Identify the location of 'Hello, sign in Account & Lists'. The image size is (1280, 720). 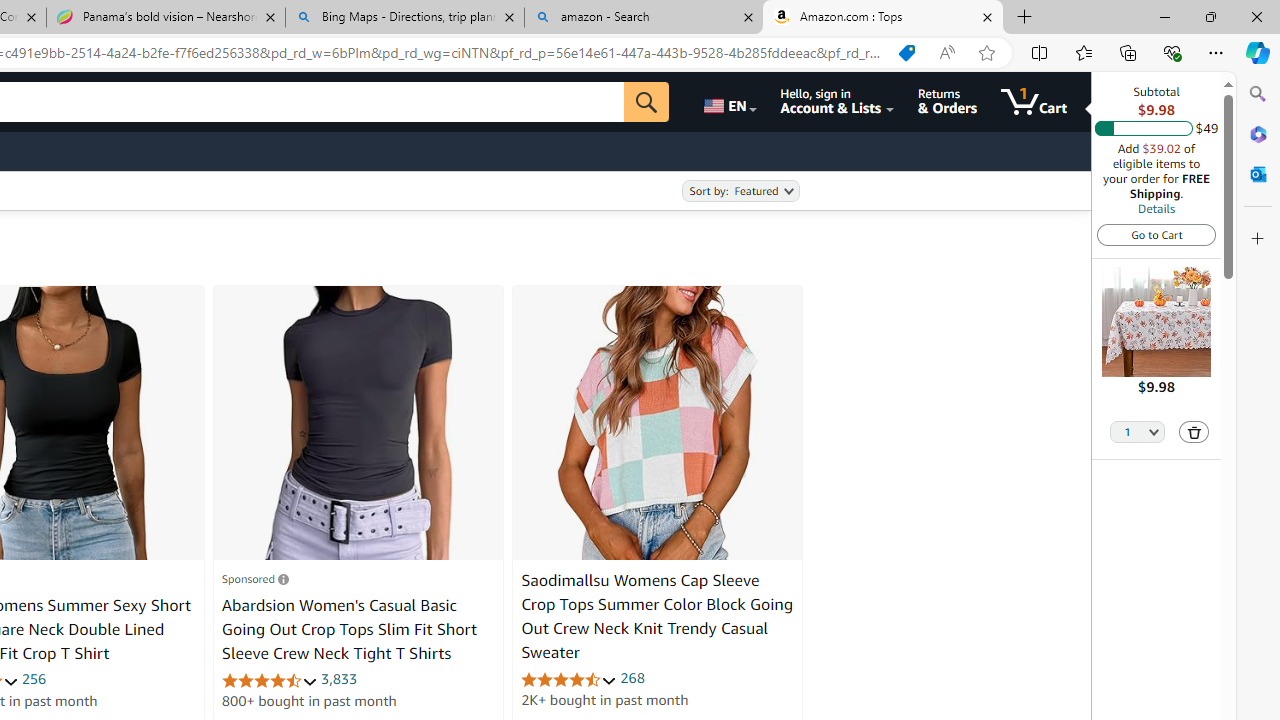
(837, 101).